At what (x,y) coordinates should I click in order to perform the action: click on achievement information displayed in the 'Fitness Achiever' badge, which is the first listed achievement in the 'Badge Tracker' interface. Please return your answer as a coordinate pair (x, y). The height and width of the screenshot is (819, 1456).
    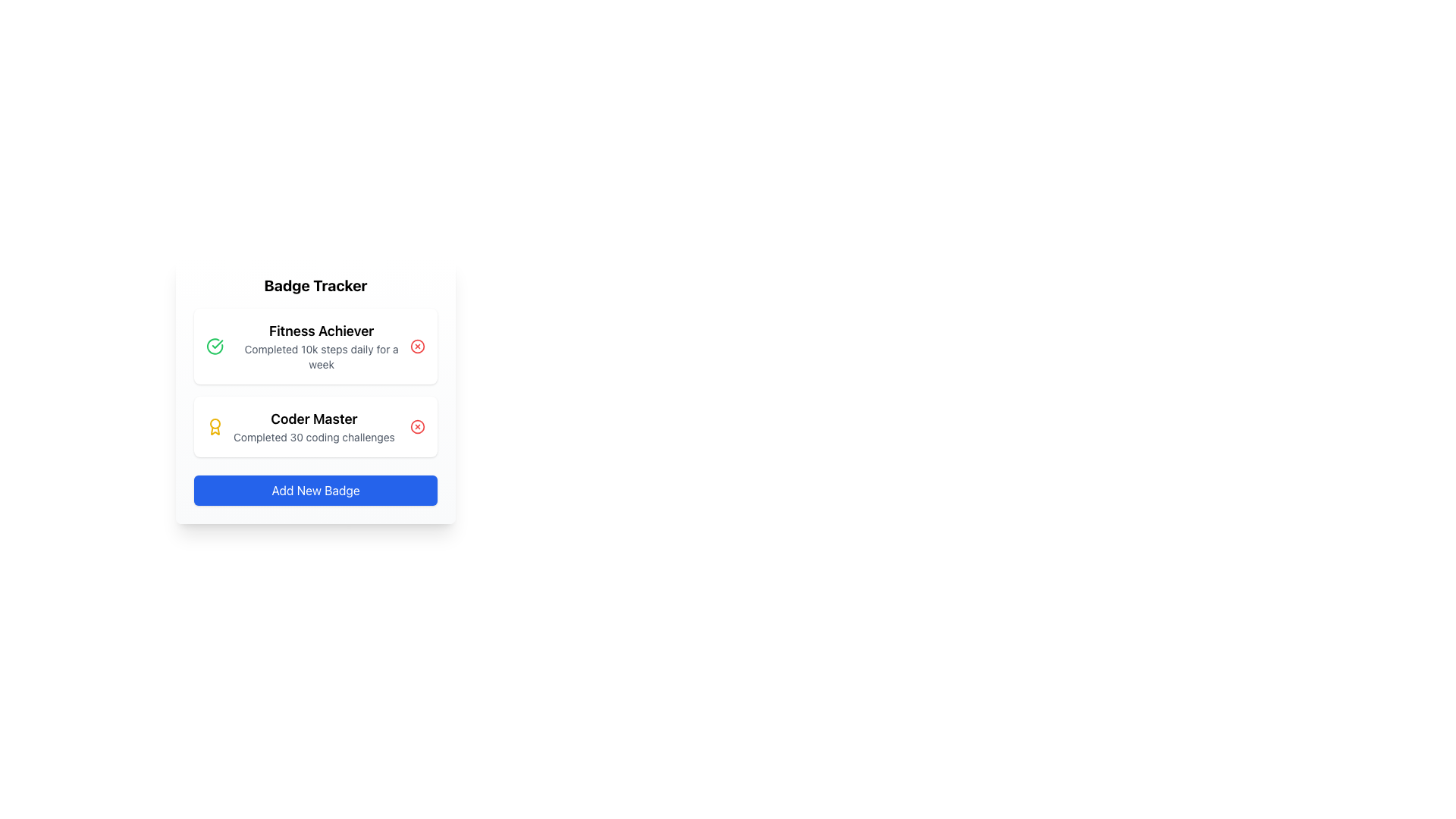
    Looking at the image, I should click on (321, 346).